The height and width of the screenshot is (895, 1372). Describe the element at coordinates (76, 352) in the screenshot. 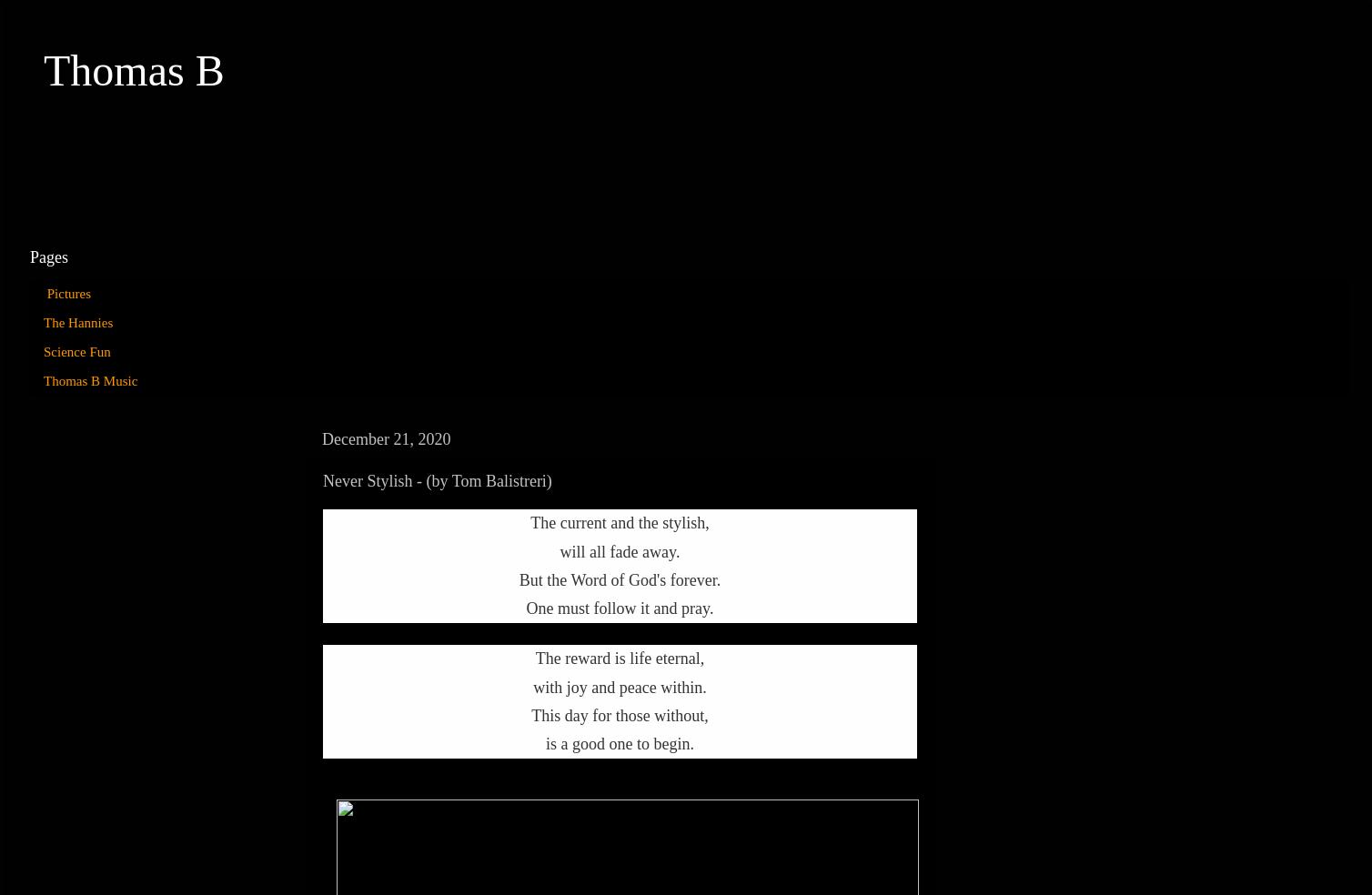

I see `'Science Fun'` at that location.